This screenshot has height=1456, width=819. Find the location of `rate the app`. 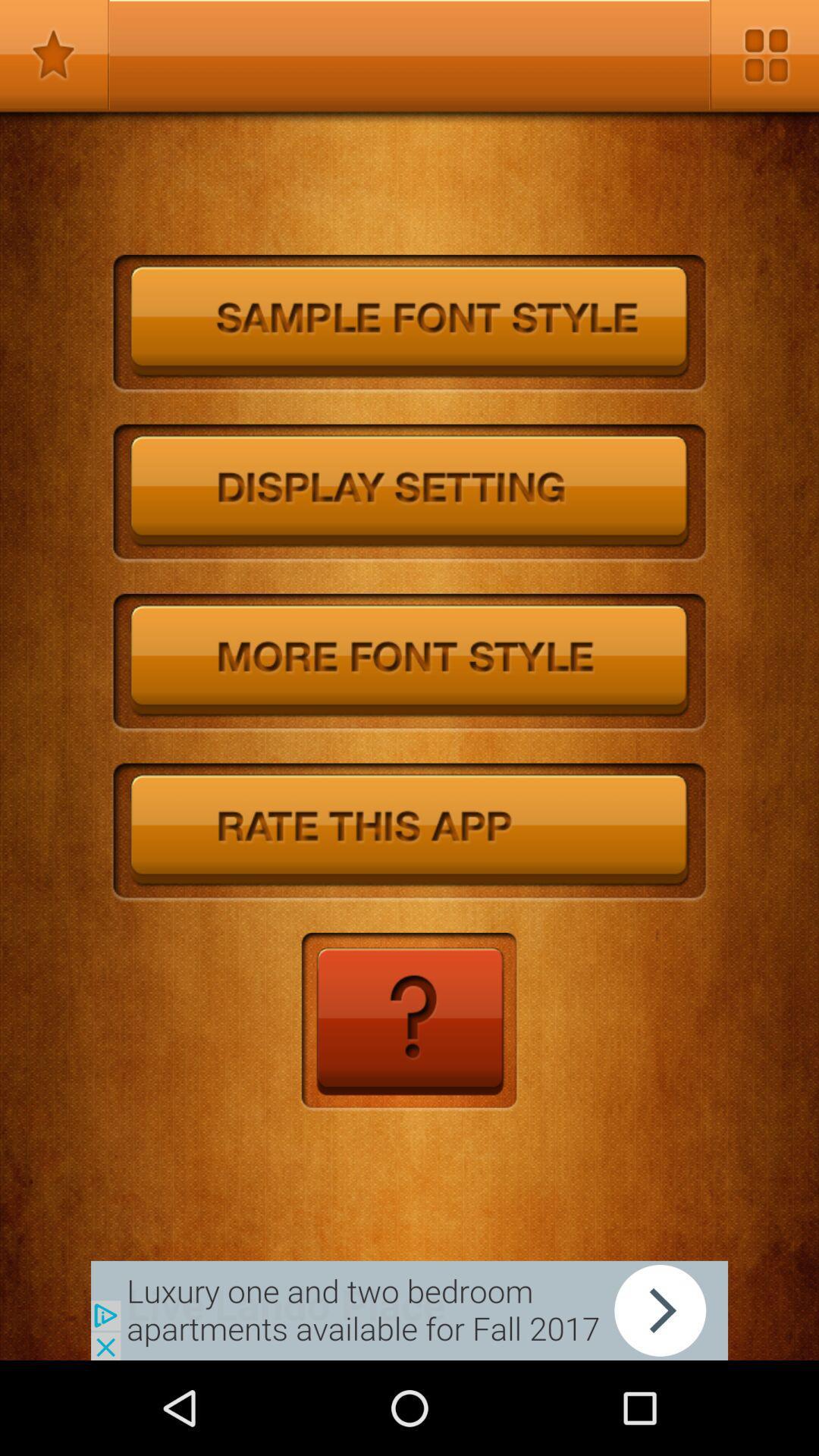

rate the app is located at coordinates (409, 832).